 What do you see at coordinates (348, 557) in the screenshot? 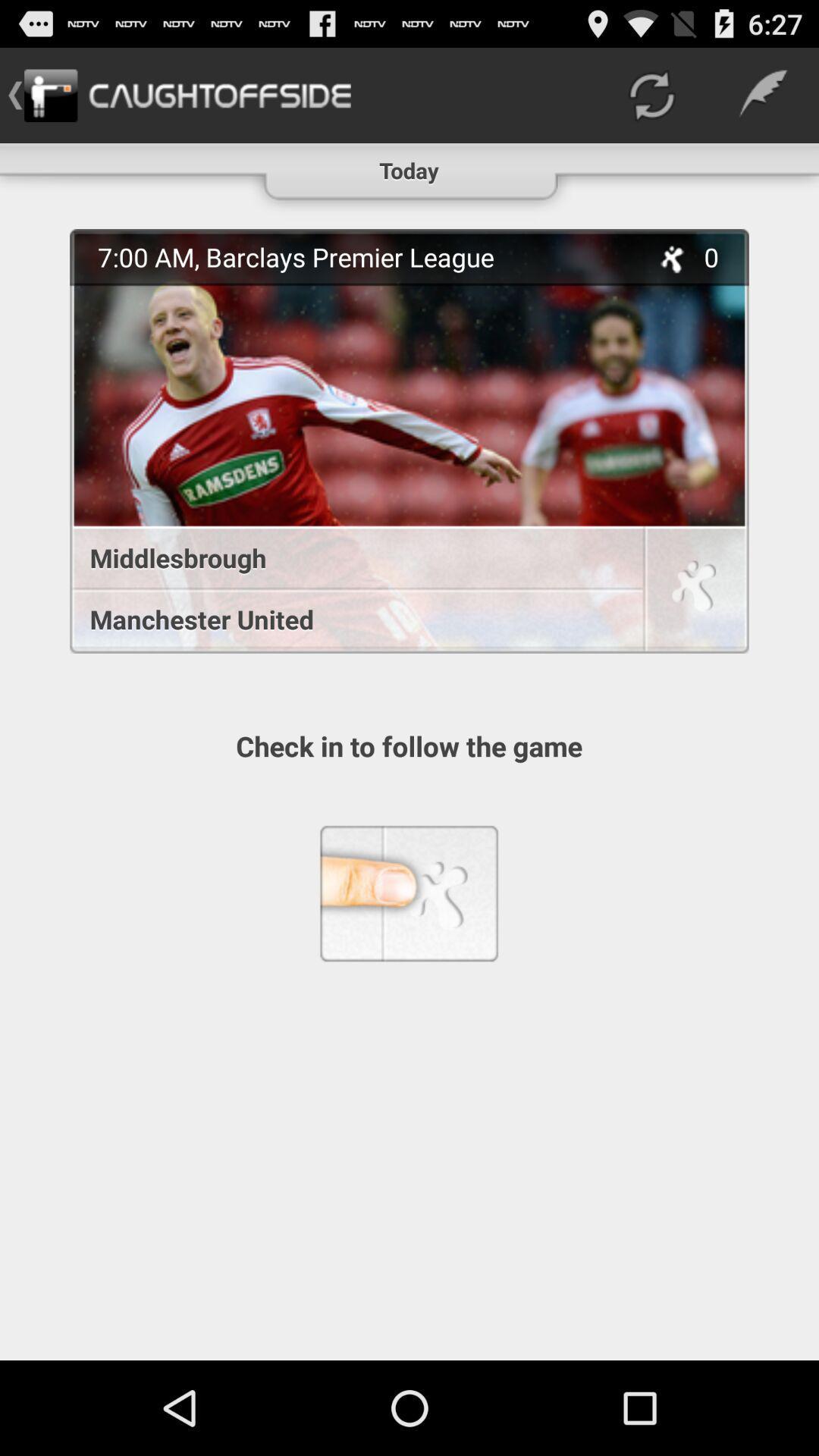
I see `middlesbrough icon` at bounding box center [348, 557].